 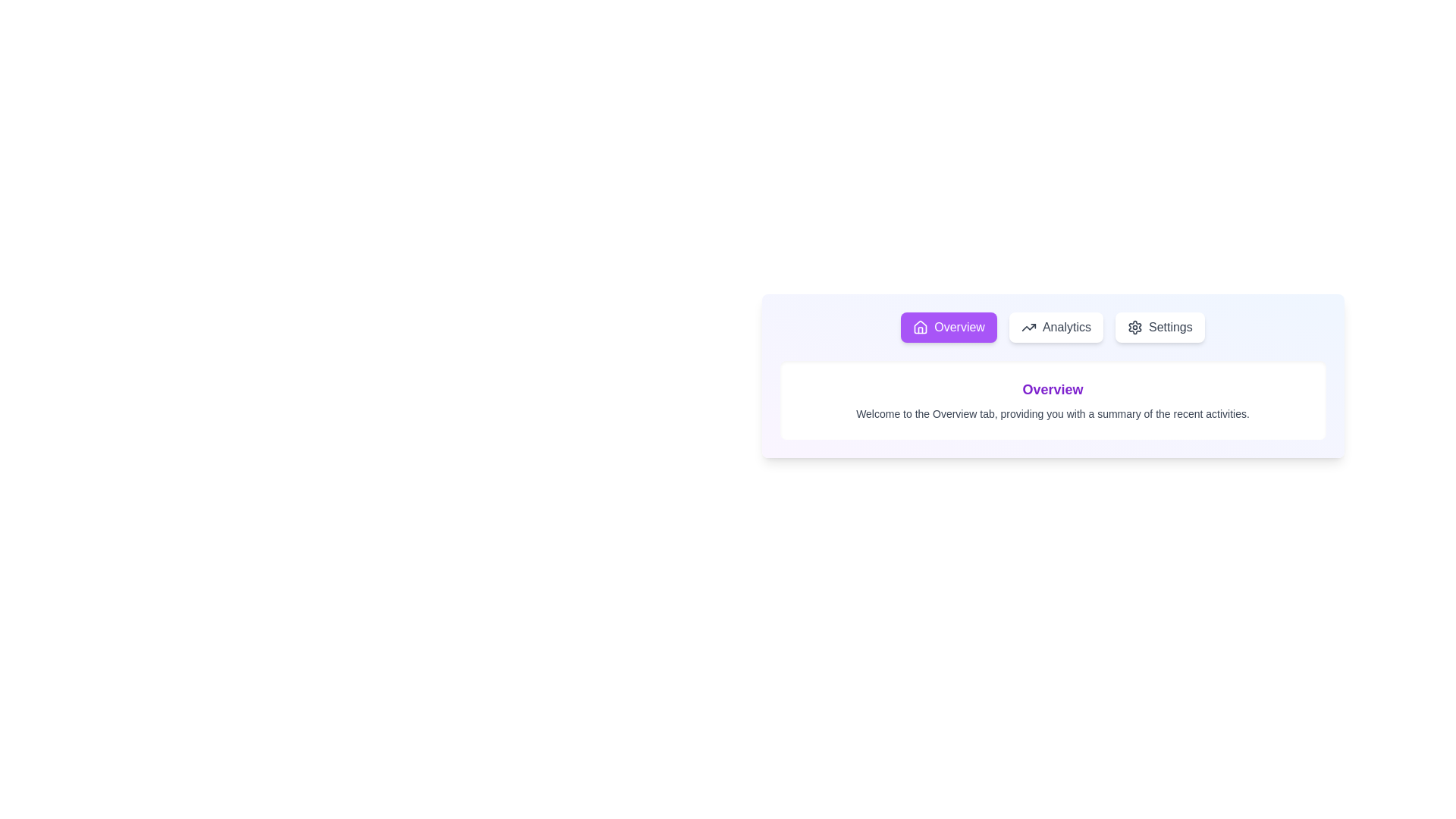 I want to click on the gear icon representing the settings option located in the header navigation bar to initiate the settings functionality, so click(x=1134, y=327).